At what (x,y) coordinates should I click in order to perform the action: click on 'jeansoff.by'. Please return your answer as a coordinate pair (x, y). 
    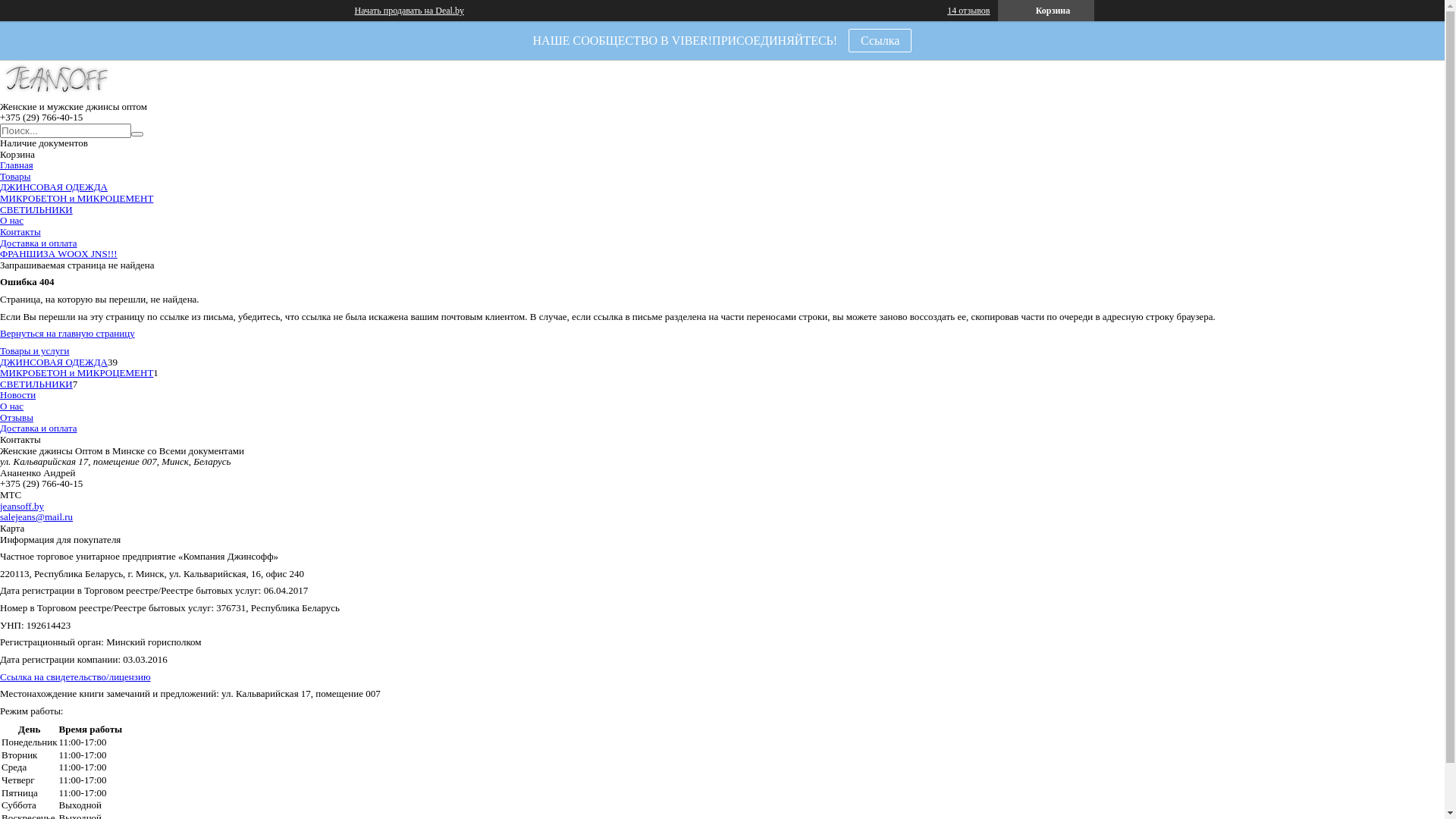
    Looking at the image, I should click on (0, 506).